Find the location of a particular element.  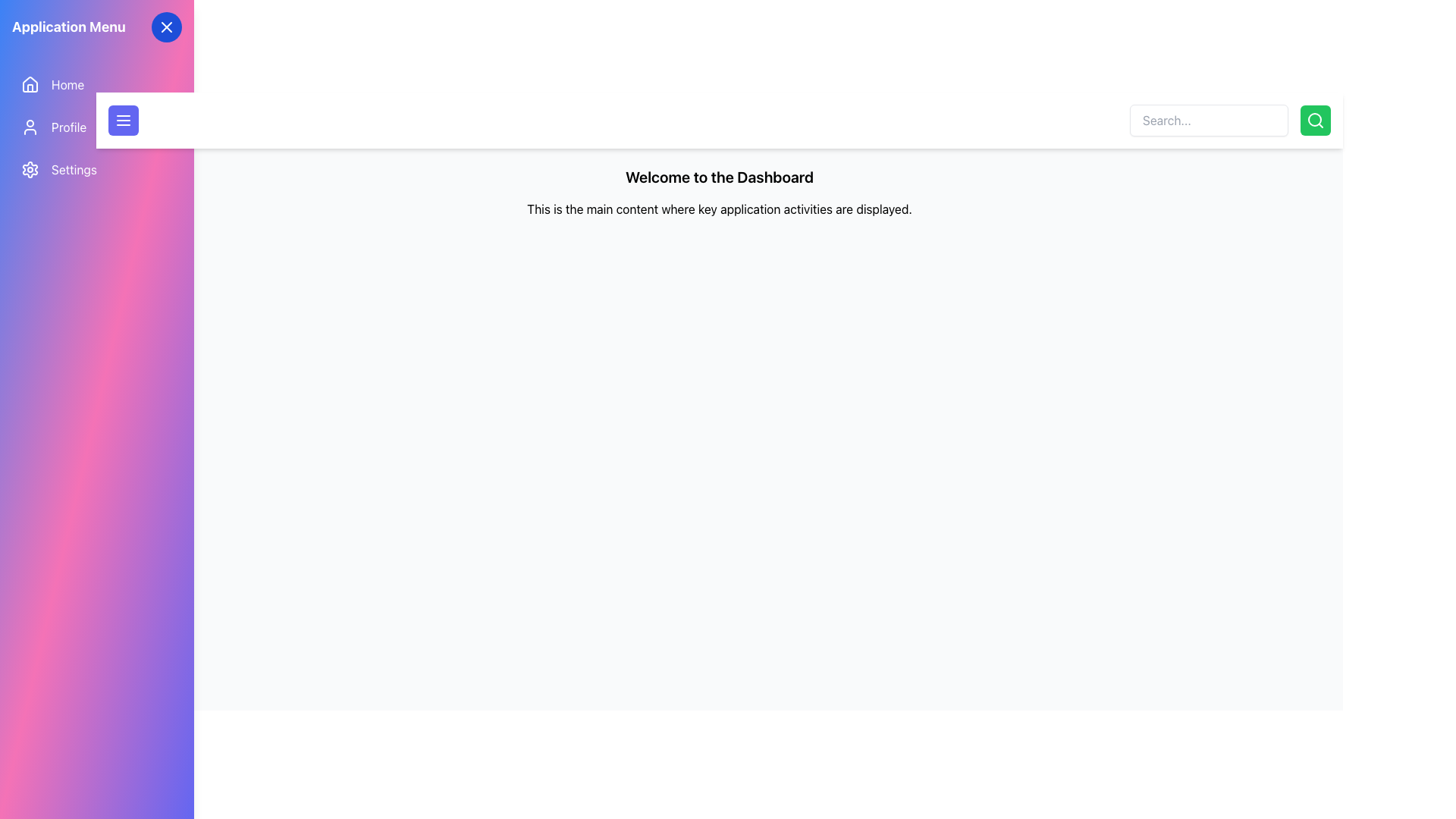

the circular SVG component that represents the search icon in the top navigation bar is located at coordinates (1313, 119).